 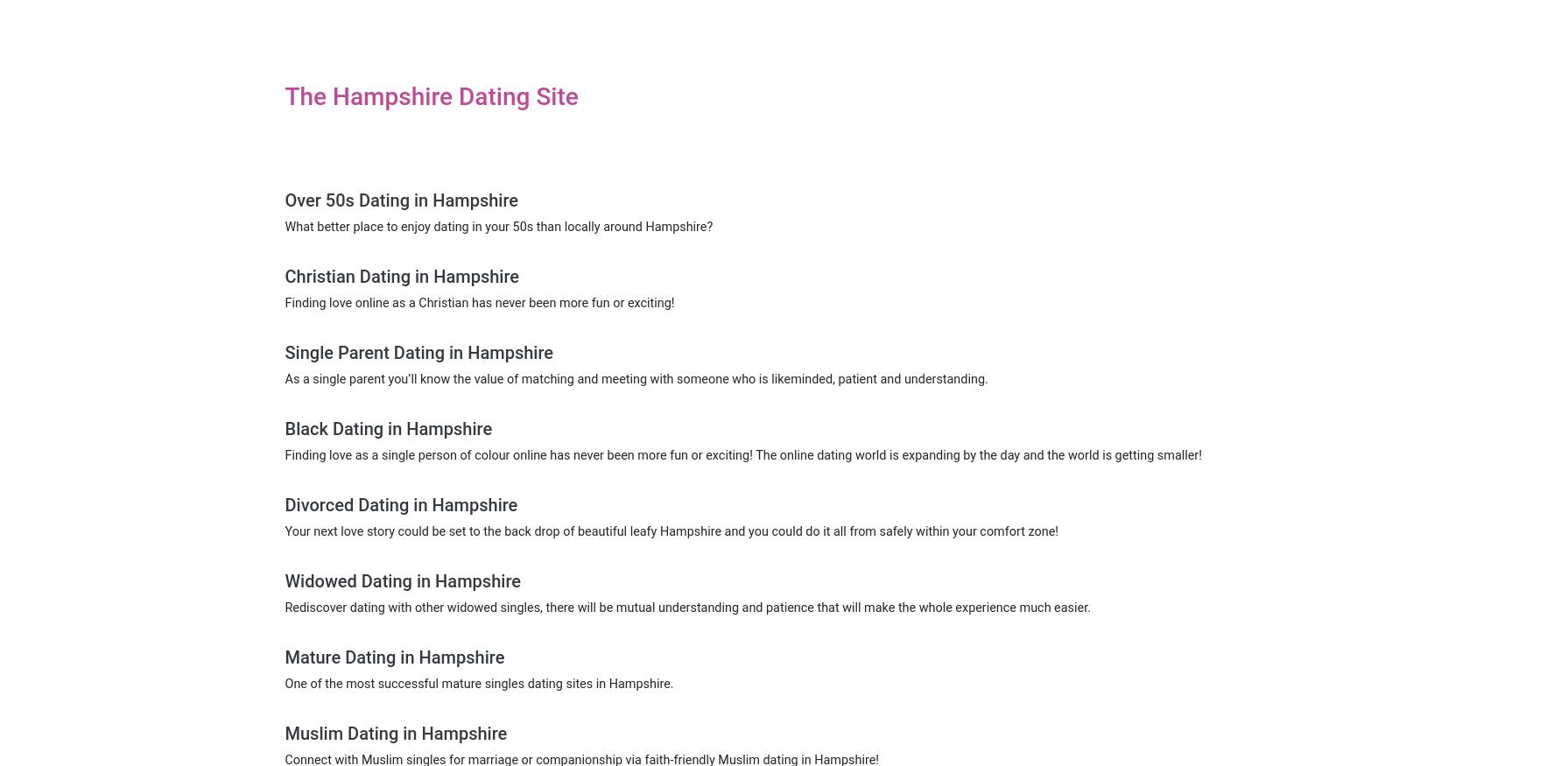 What do you see at coordinates (402, 276) in the screenshot?
I see `'Christian Dating in Hampshire'` at bounding box center [402, 276].